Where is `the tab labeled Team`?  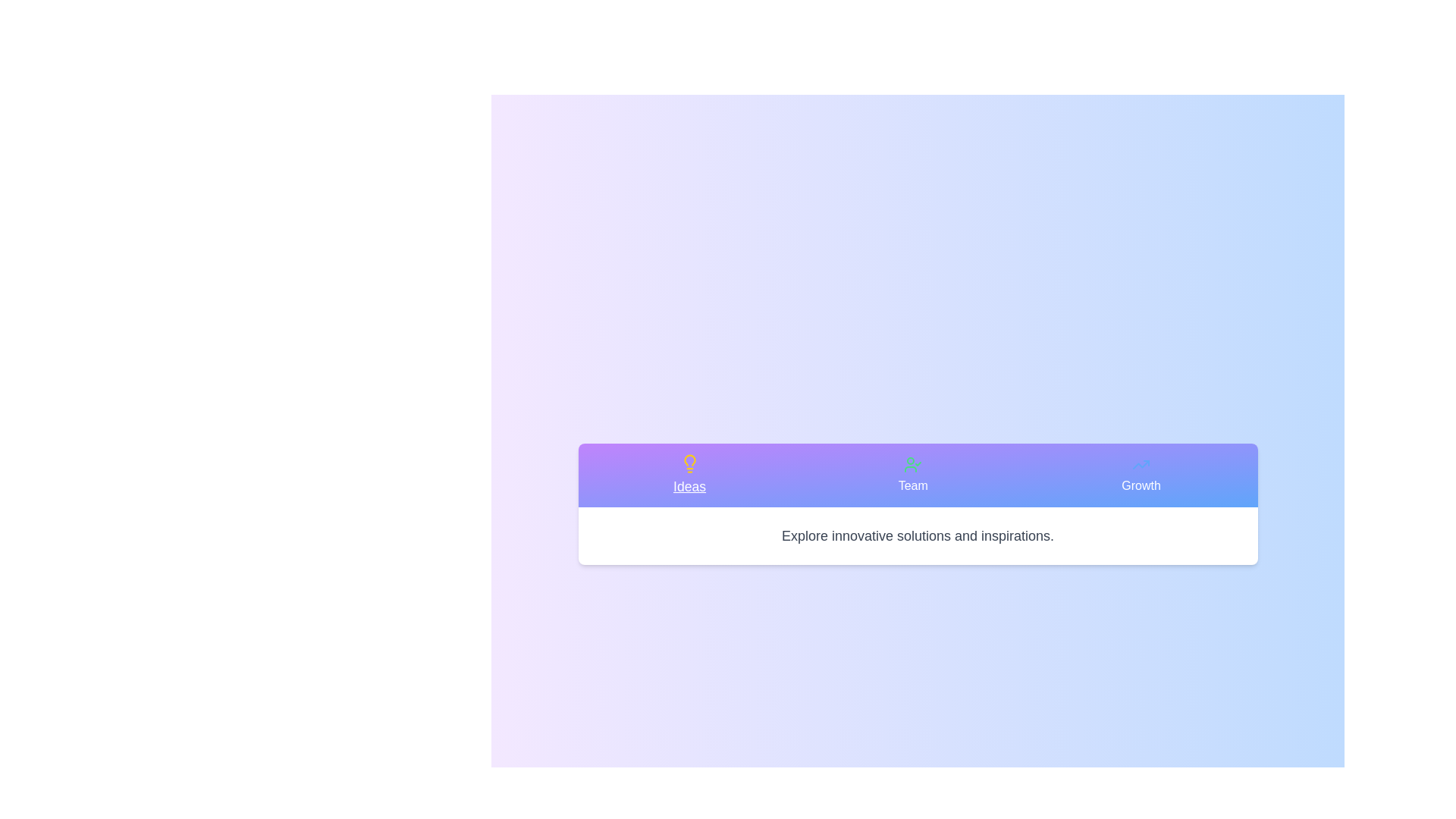
the tab labeled Team is located at coordinates (912, 475).